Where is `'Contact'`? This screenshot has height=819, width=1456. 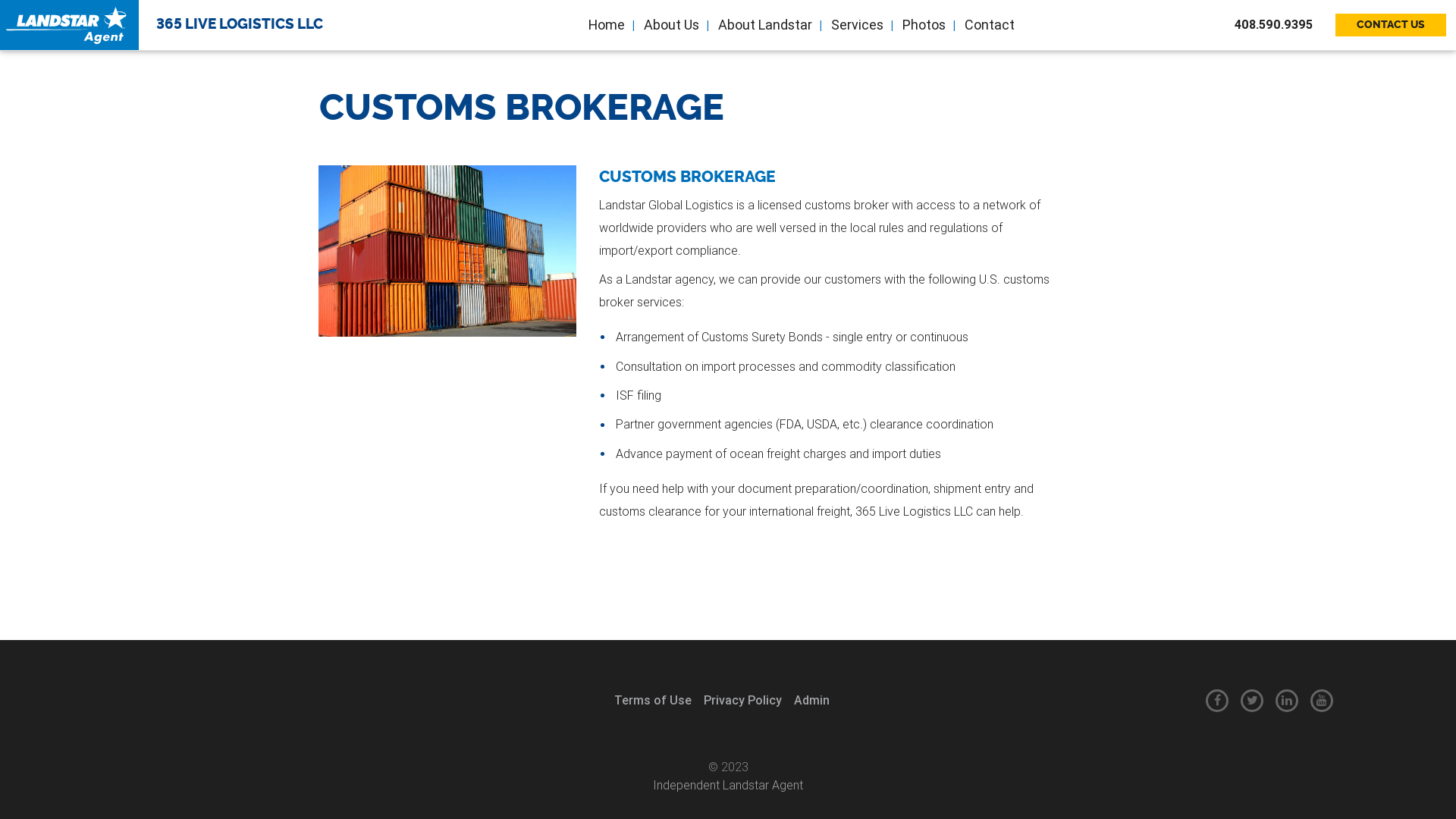
'Contact' is located at coordinates (988, 24).